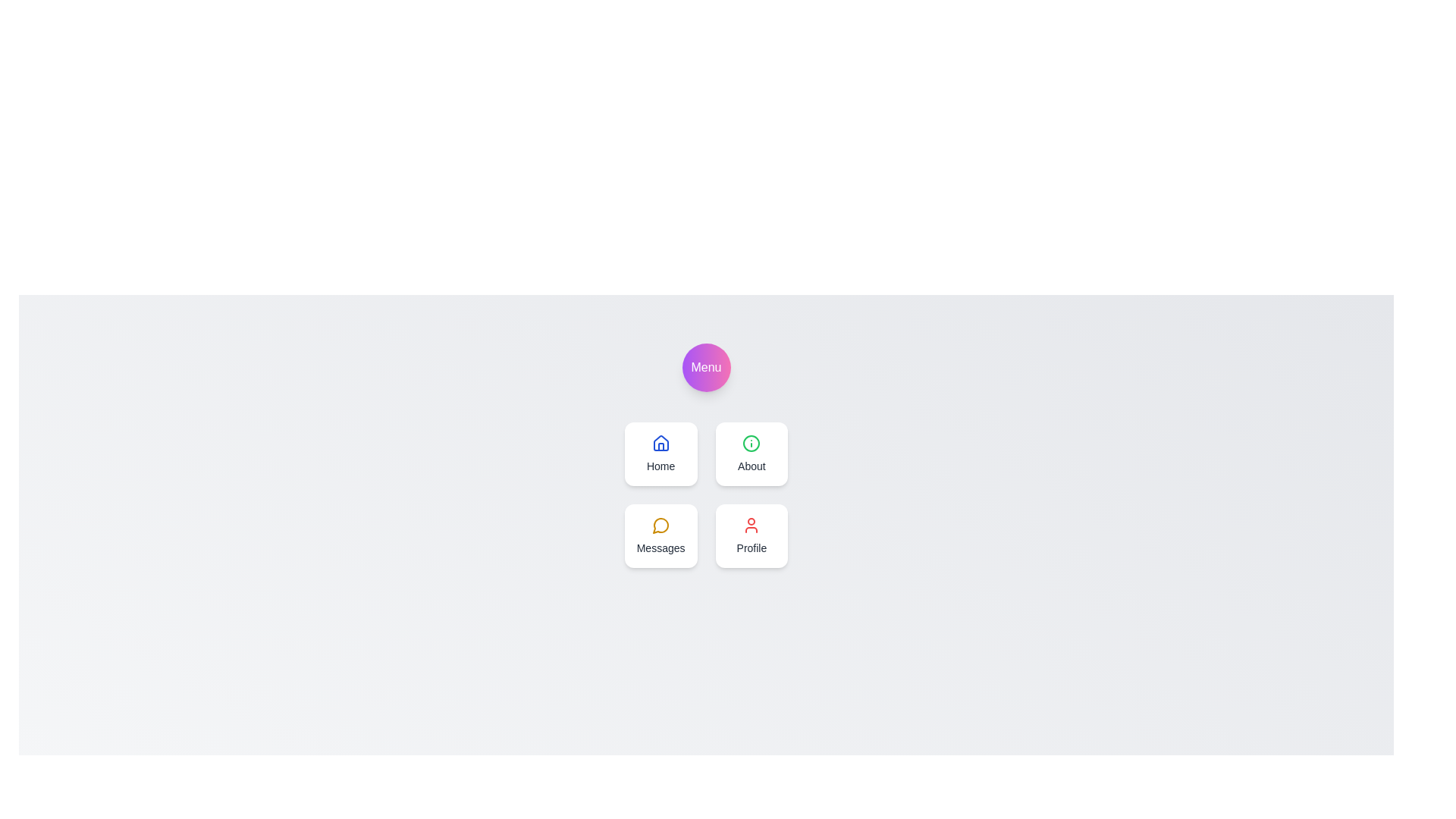 This screenshot has height=819, width=1456. Describe the element at coordinates (661, 453) in the screenshot. I see `the 'Home' navigation item` at that location.